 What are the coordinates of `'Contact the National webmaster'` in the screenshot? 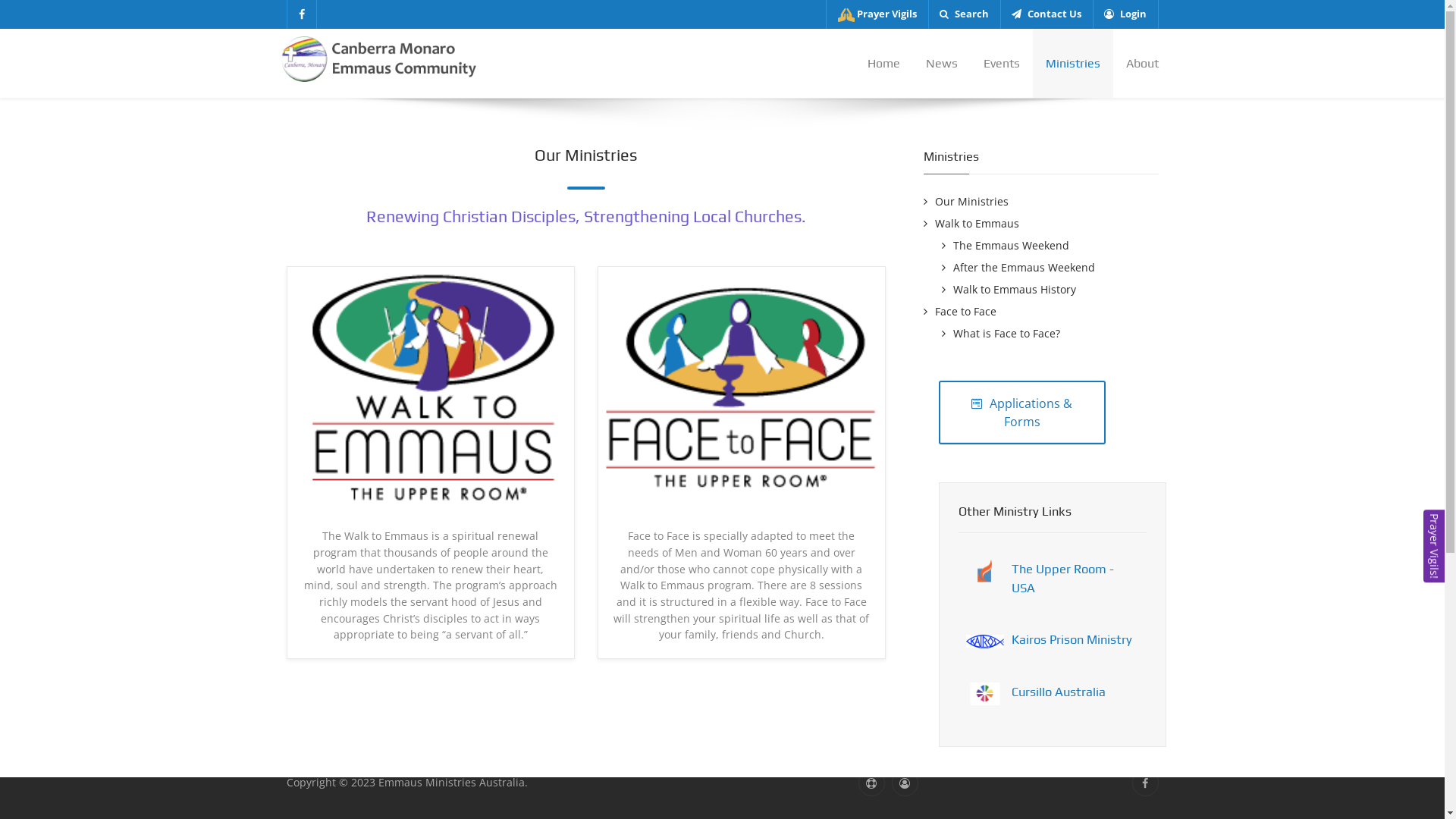 It's located at (871, 783).